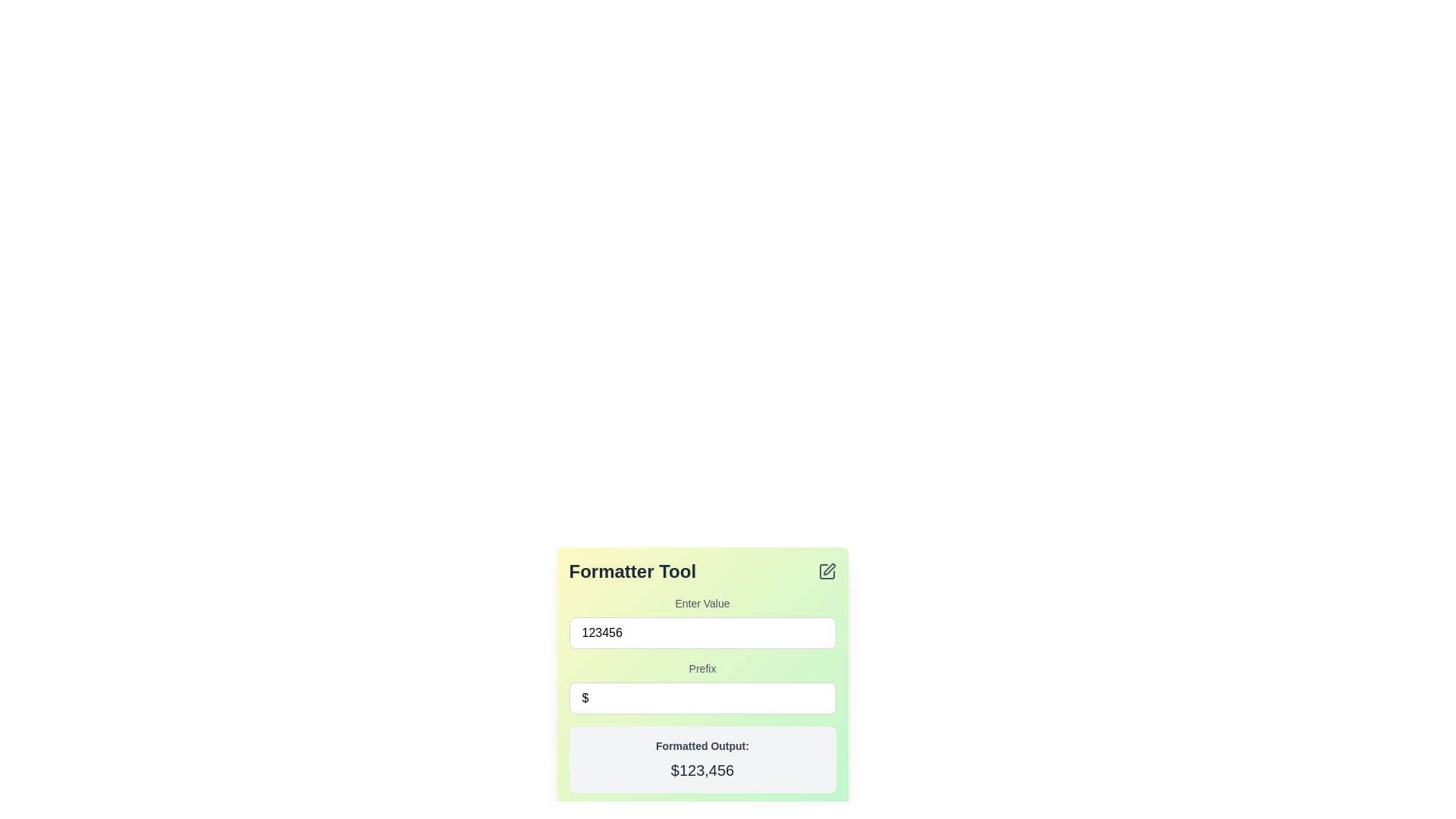 This screenshot has height=819, width=1456. What do you see at coordinates (701, 668) in the screenshot?
I see `the Text Label that identifies the prefix input field, located above the 'prefixInput' text input field within the form section` at bounding box center [701, 668].